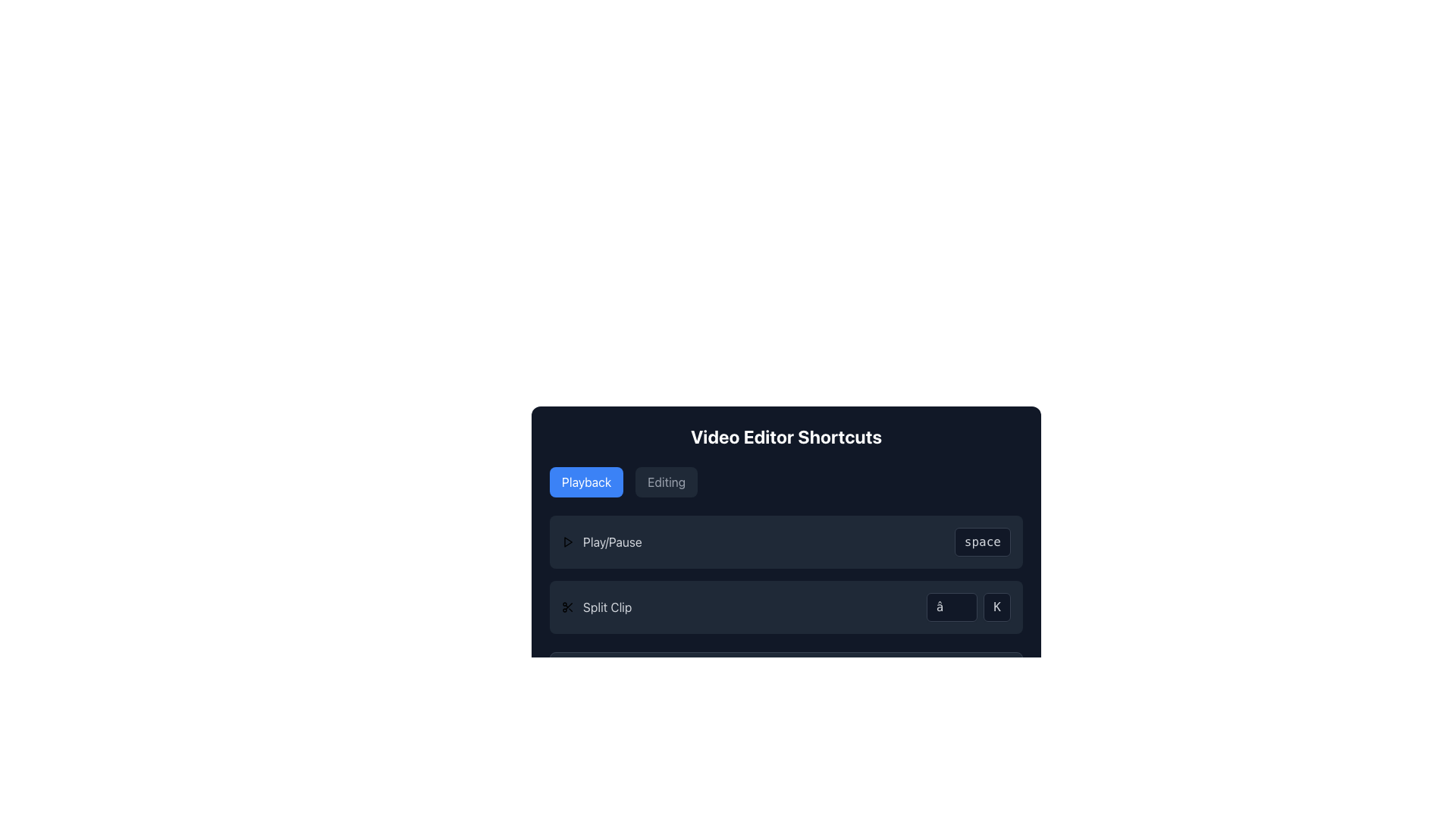 This screenshot has width=1456, height=819. Describe the element at coordinates (983, 541) in the screenshot. I see `the button labeled 'space' with a dark gray background and light gray text, located to the right of the 'Play/Pause' label in the 'Video Editor Shortcuts' section` at that location.